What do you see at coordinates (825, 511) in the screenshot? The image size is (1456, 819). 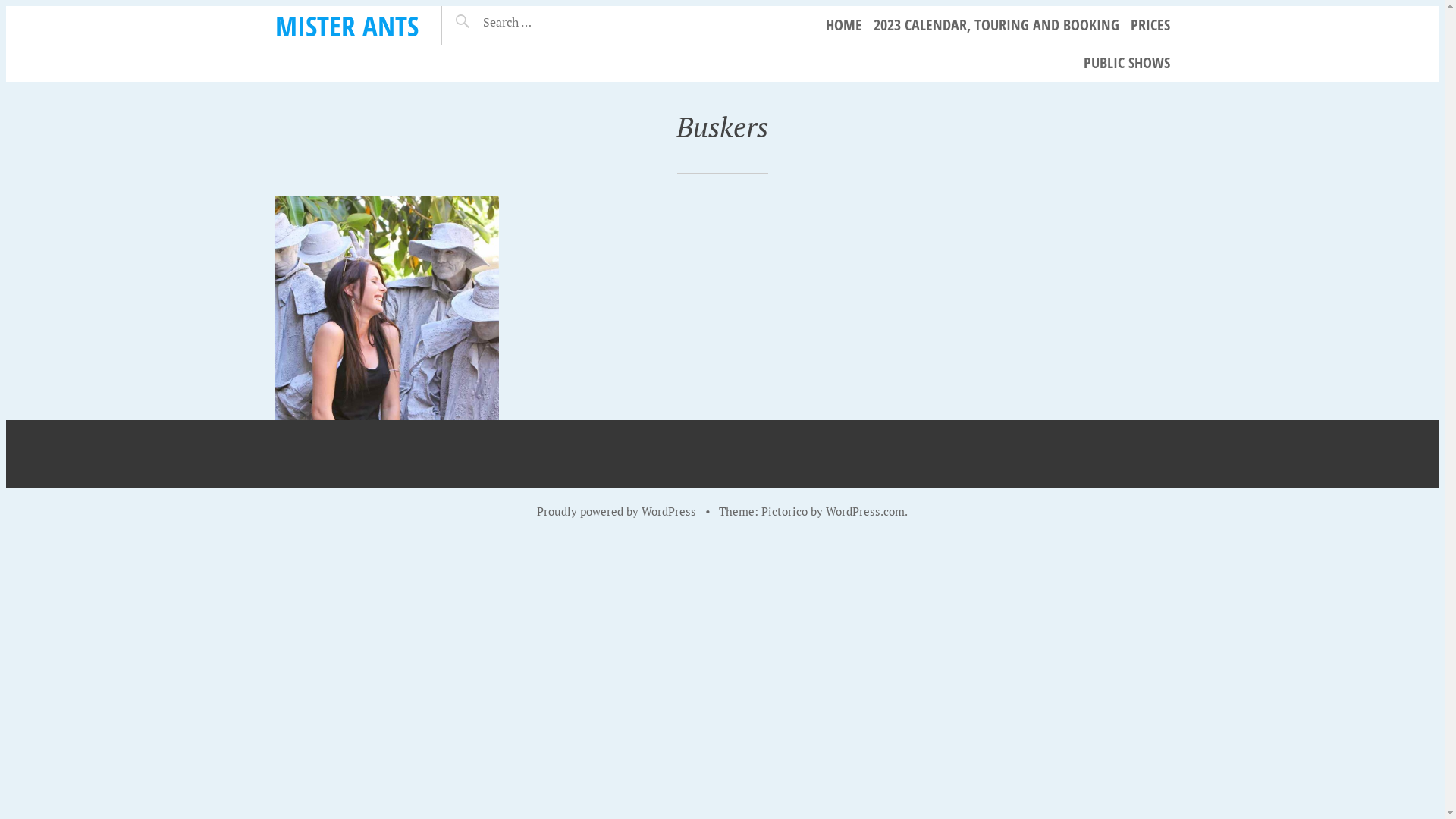 I see `'WordPress.com'` at bounding box center [825, 511].